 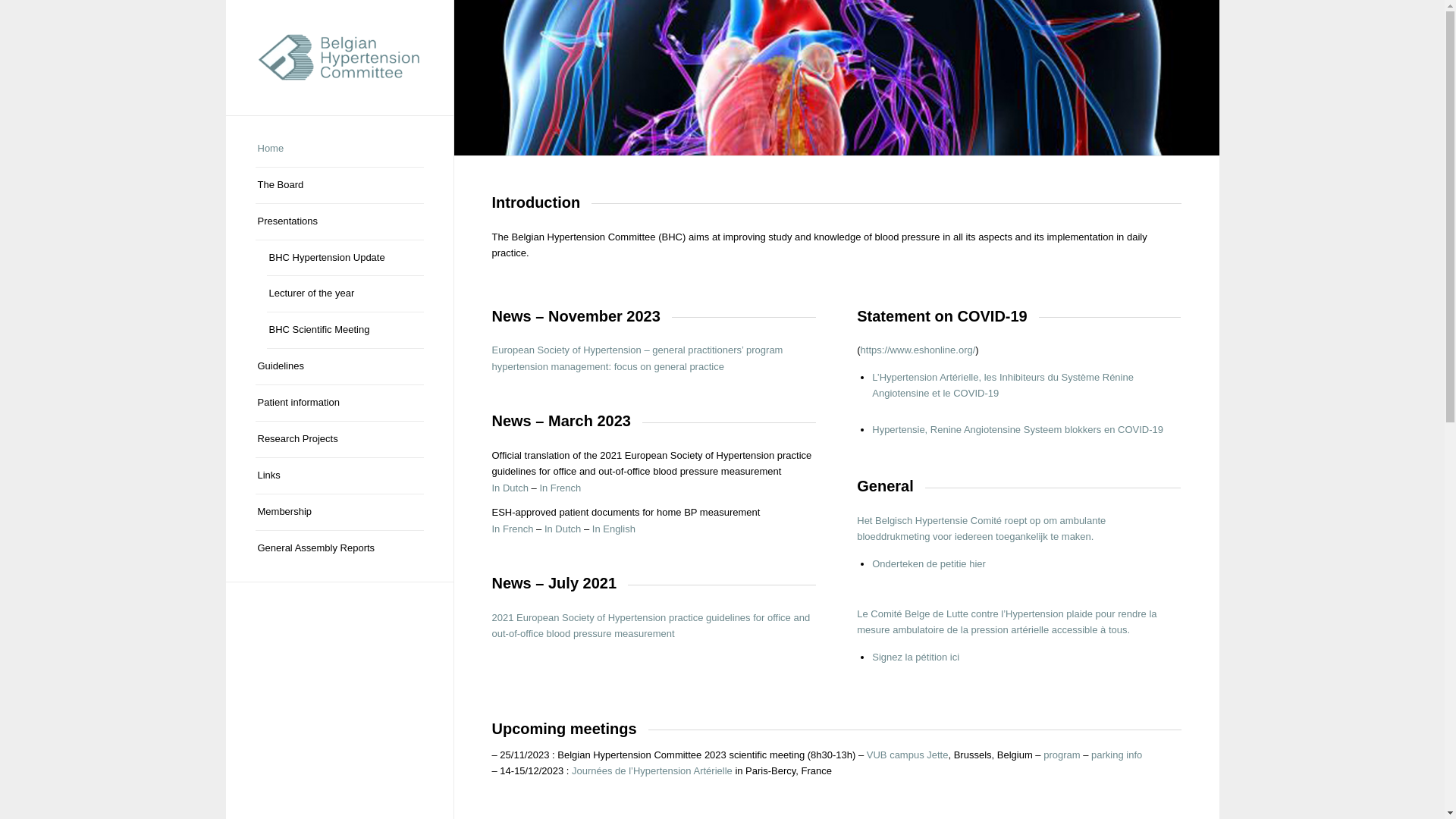 What do you see at coordinates (337, 403) in the screenshot?
I see `'Patient information'` at bounding box center [337, 403].